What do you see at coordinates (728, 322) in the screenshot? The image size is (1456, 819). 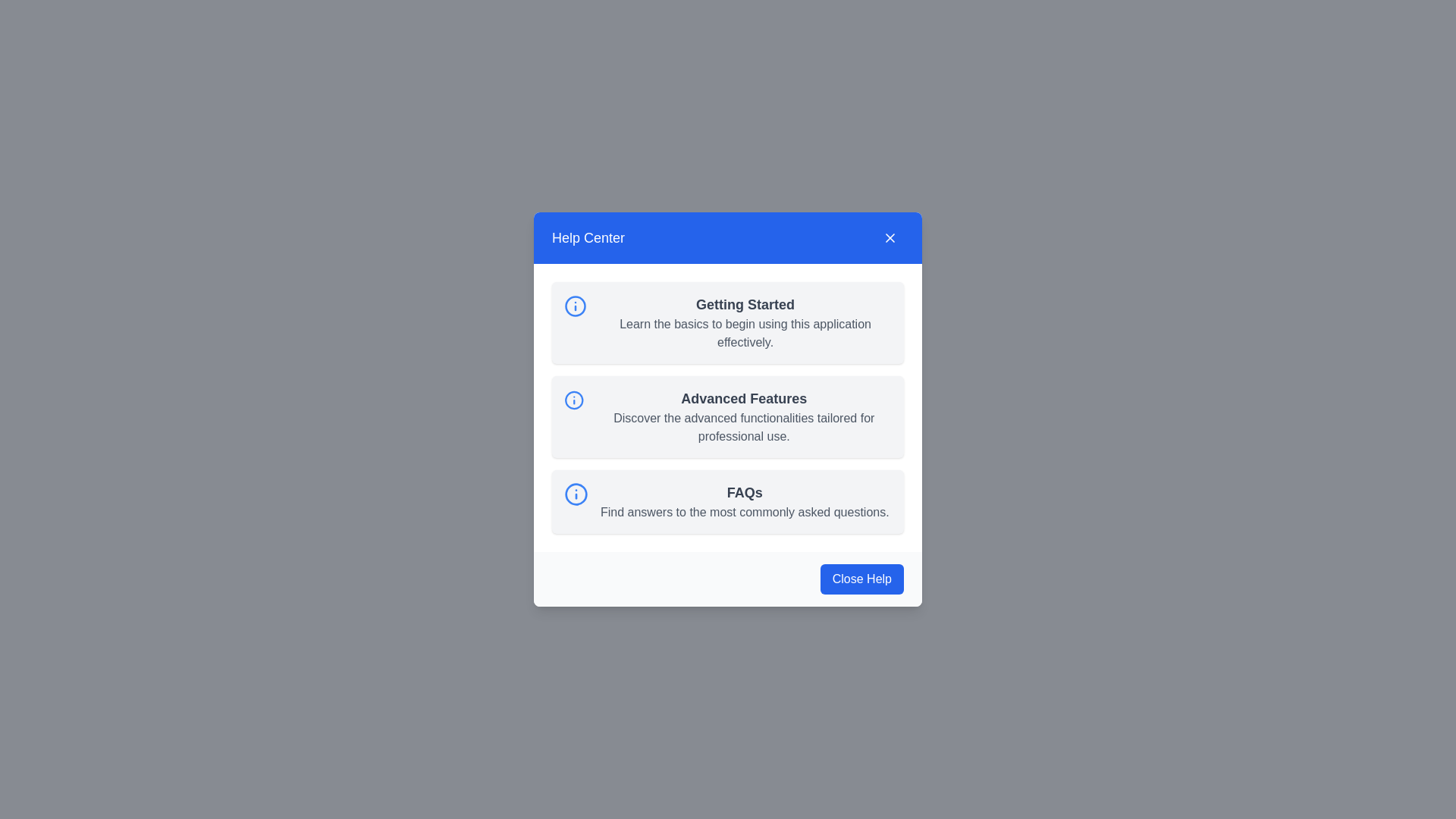 I see `the Informative Card, which is the first card in the Help Center section, providing guidance on using the application effectively` at bounding box center [728, 322].